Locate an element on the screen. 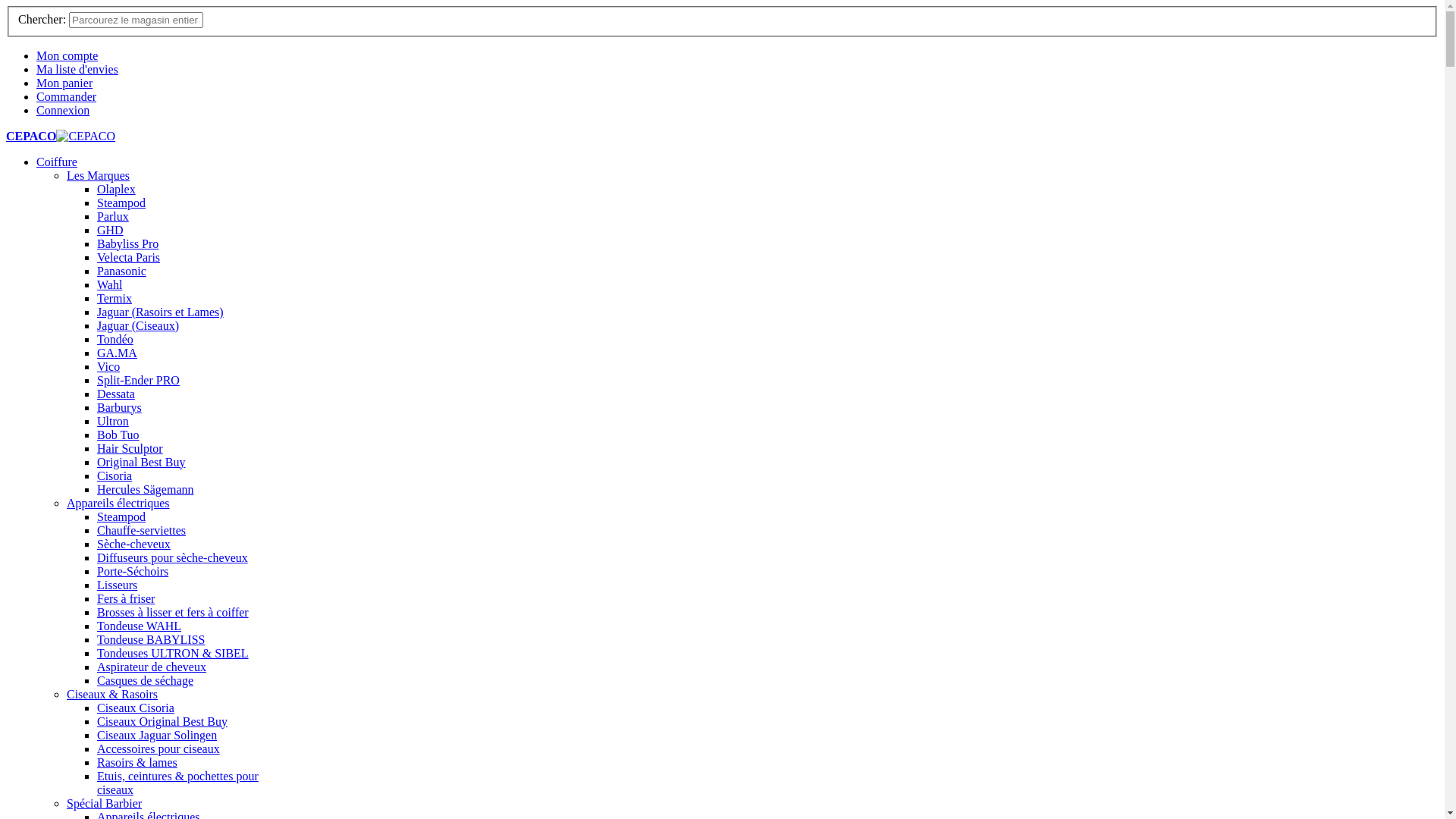 This screenshot has width=1456, height=819. 'Ciseaux Original Best Buy' is located at coordinates (162, 720).